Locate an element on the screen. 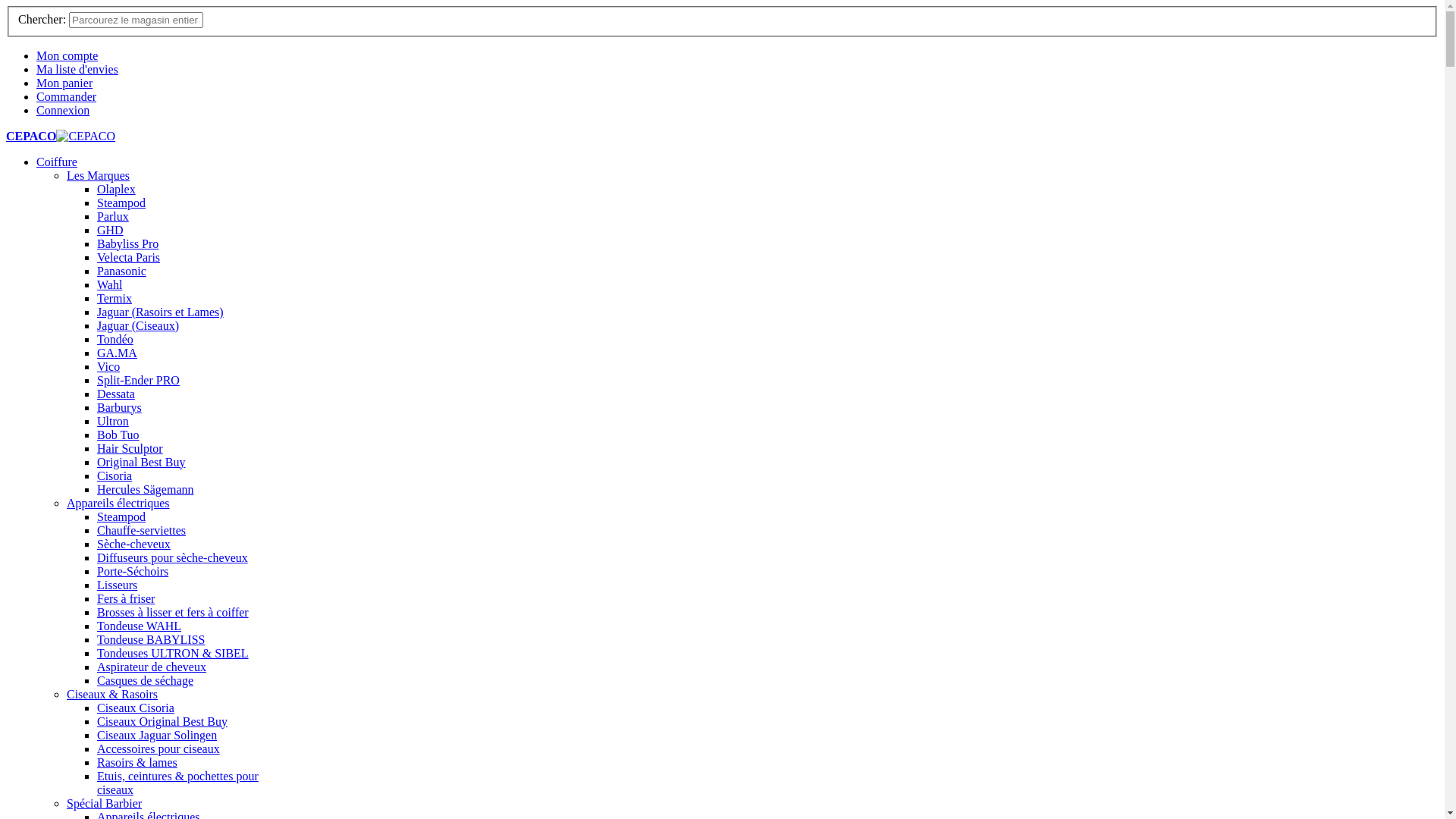 This screenshot has width=1456, height=819. 'Ciseaux Original Best Buy' is located at coordinates (162, 720).